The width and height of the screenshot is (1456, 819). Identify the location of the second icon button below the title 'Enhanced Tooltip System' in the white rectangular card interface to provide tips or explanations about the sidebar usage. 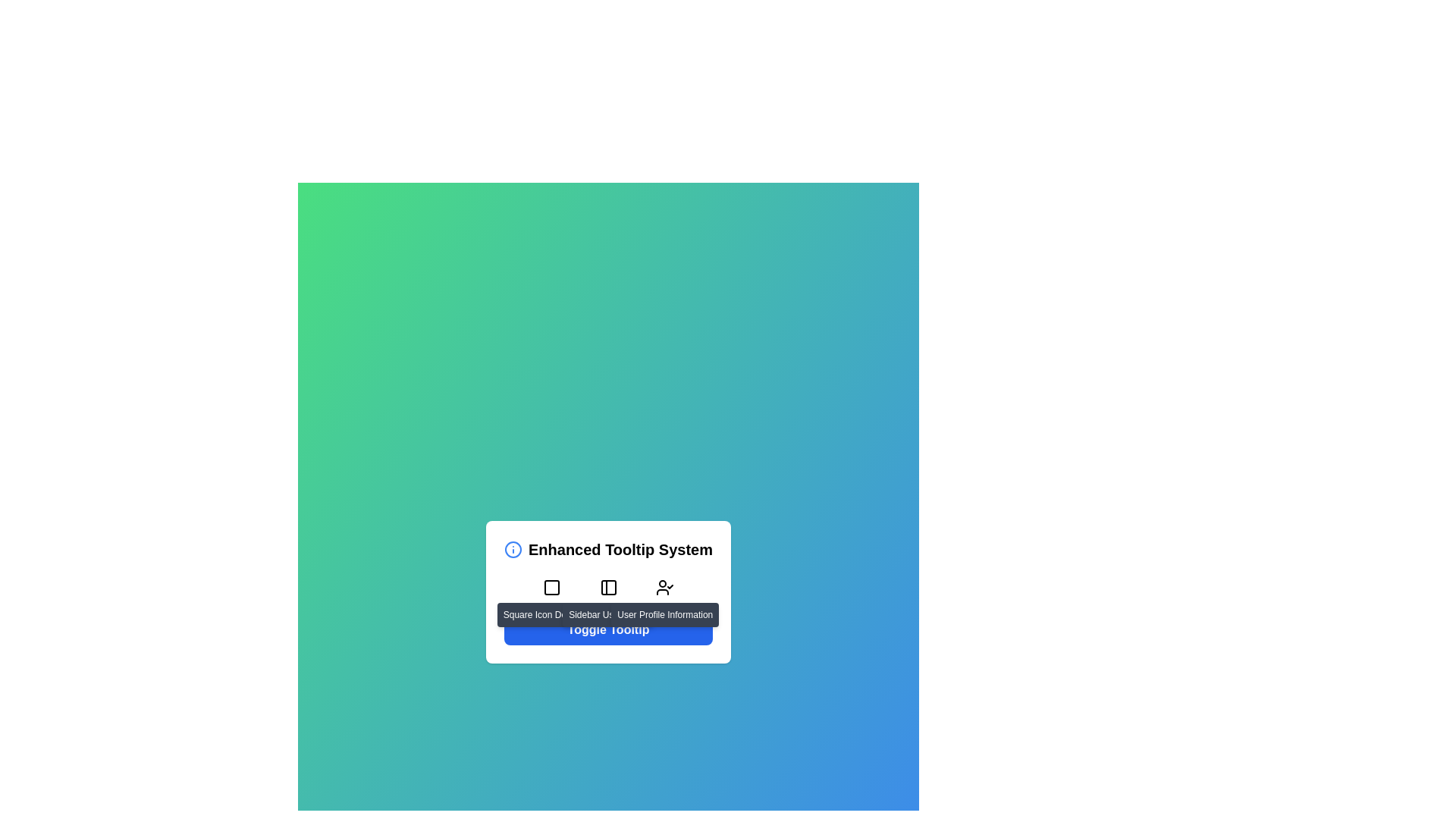
(608, 587).